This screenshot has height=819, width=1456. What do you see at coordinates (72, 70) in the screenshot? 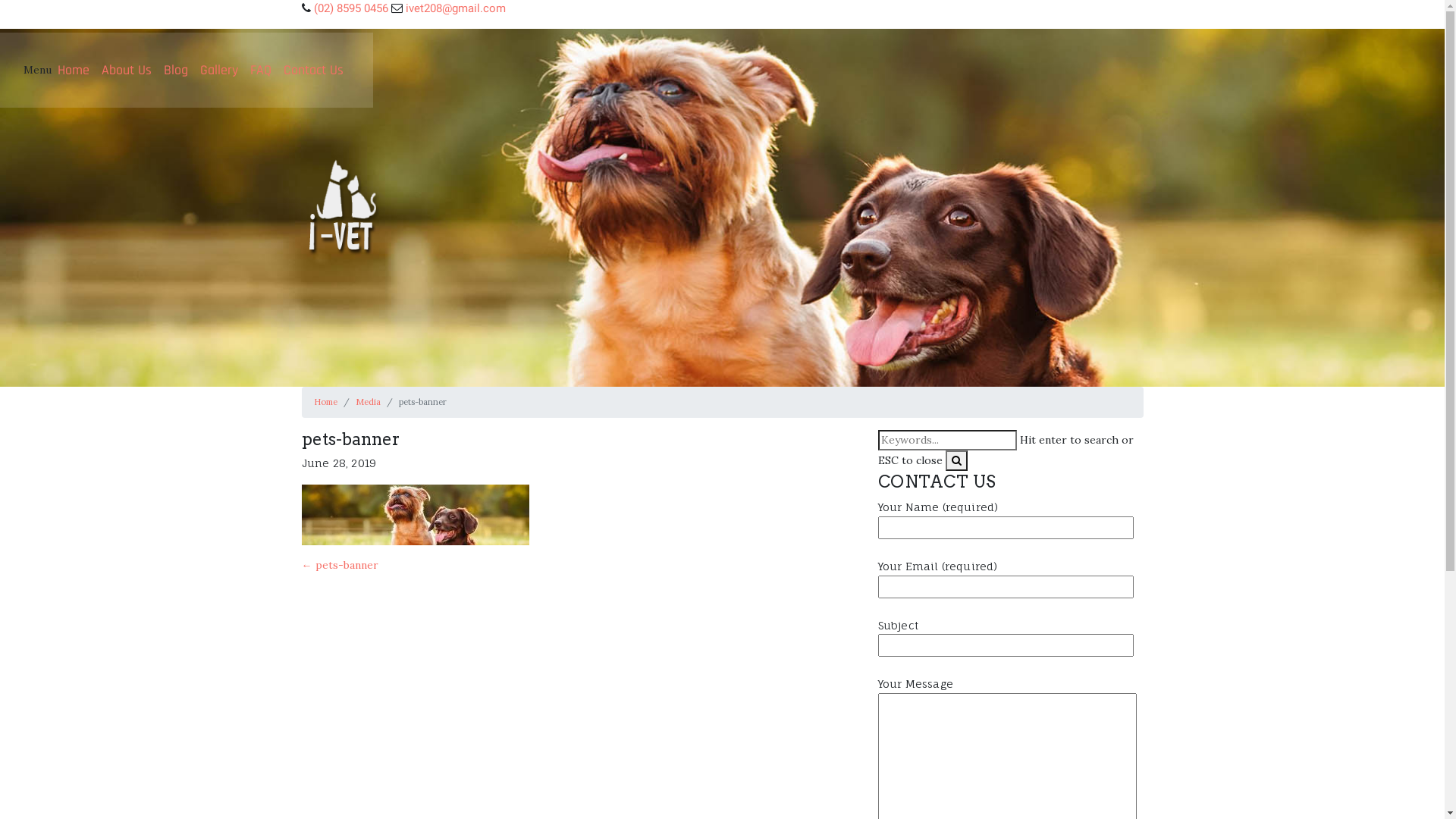
I see `'Home'` at bounding box center [72, 70].